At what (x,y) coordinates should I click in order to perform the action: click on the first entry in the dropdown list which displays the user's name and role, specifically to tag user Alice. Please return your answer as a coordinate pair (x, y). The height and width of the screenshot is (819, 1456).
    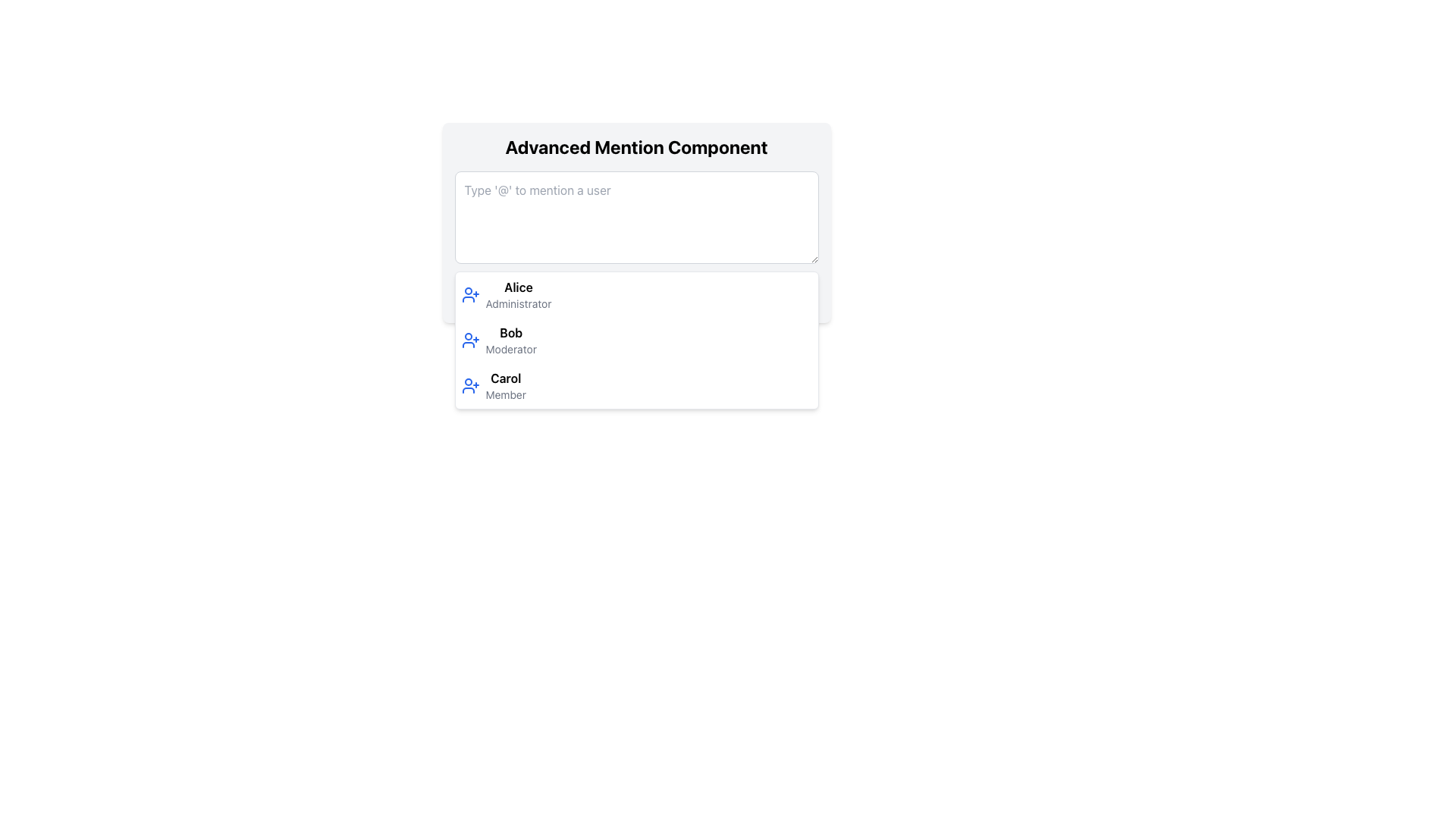
    Looking at the image, I should click on (518, 295).